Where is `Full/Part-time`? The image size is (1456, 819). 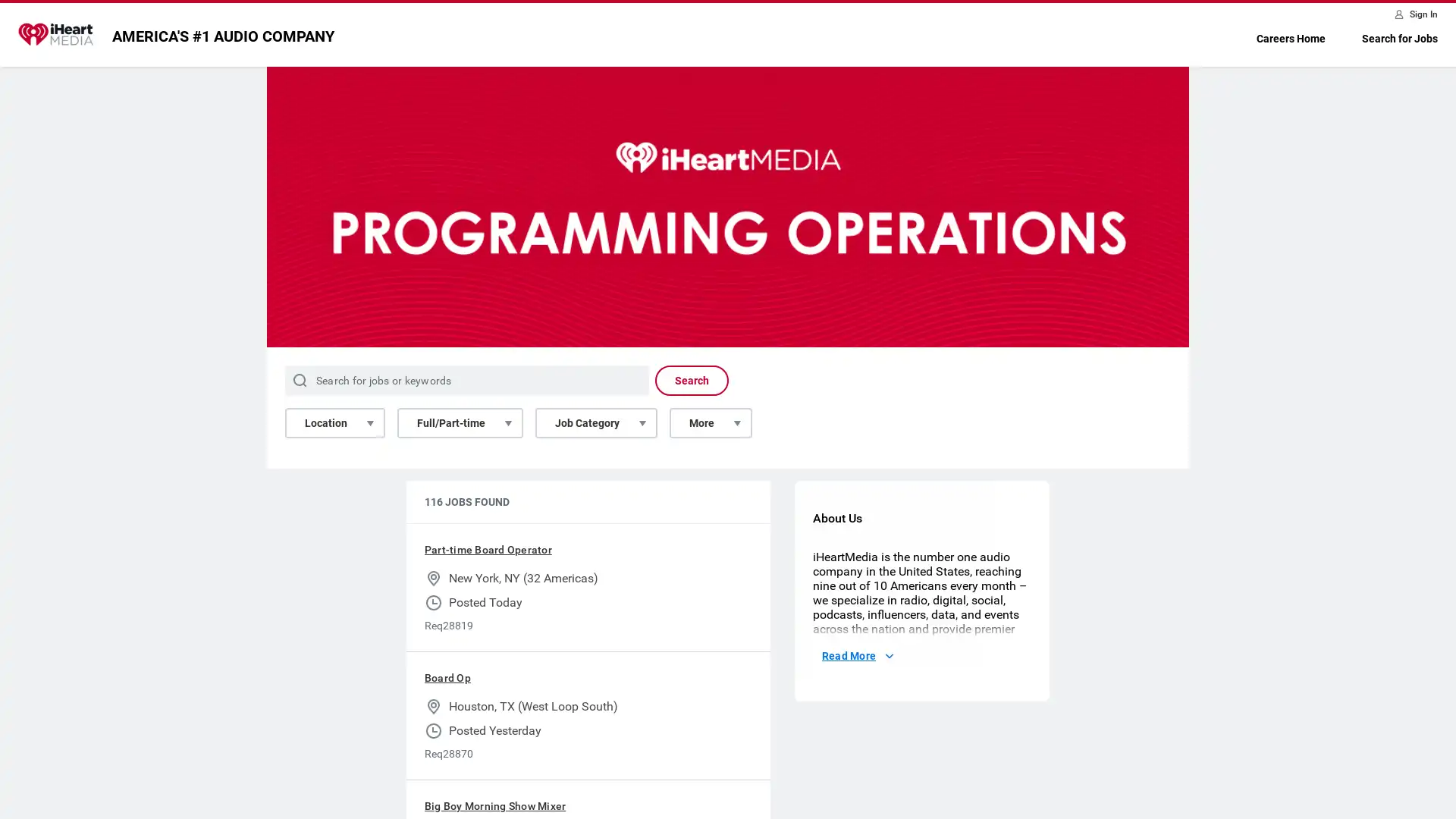 Full/Part-time is located at coordinates (459, 423).